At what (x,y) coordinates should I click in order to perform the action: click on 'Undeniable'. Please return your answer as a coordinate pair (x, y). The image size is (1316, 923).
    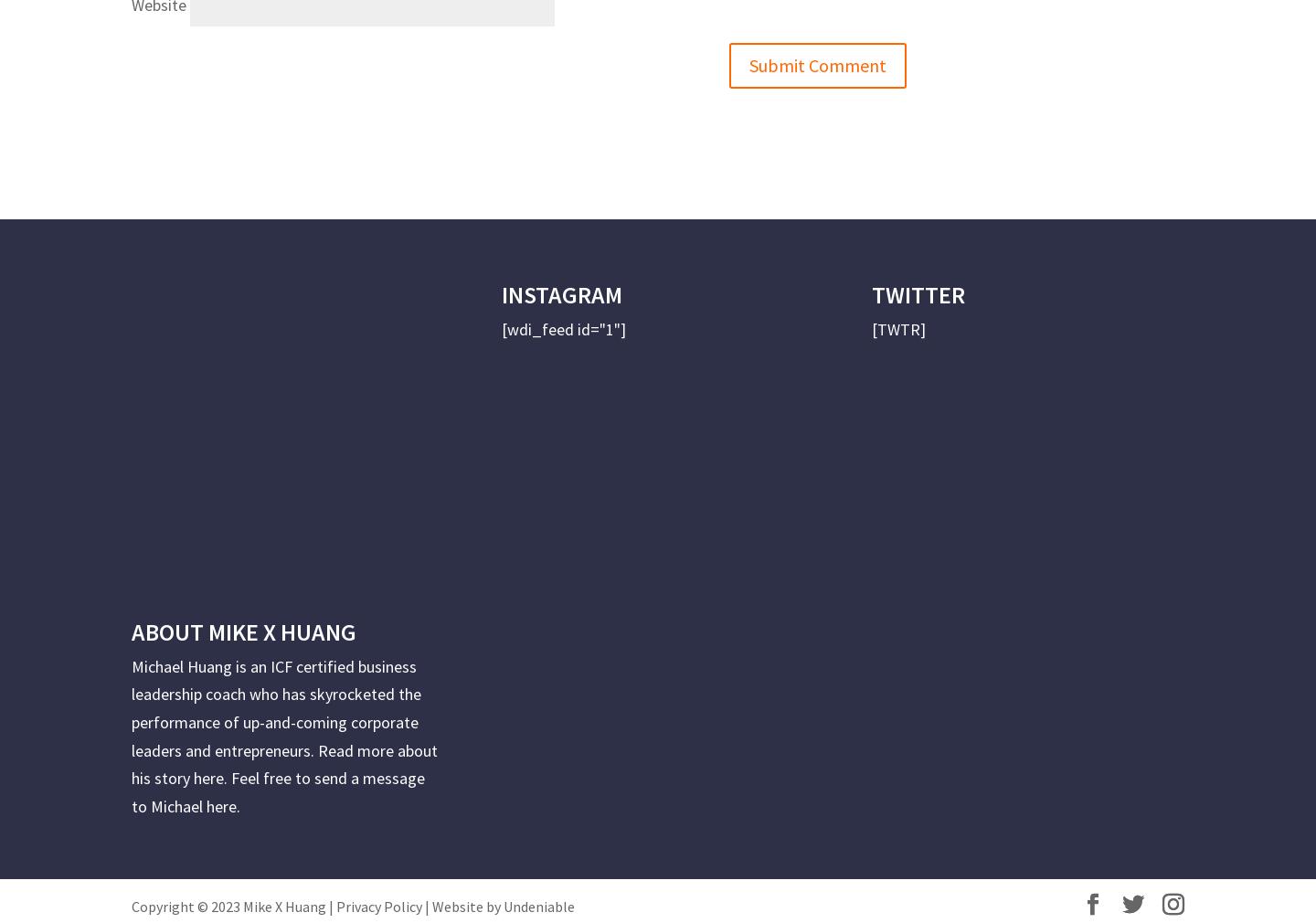
    Looking at the image, I should click on (538, 906).